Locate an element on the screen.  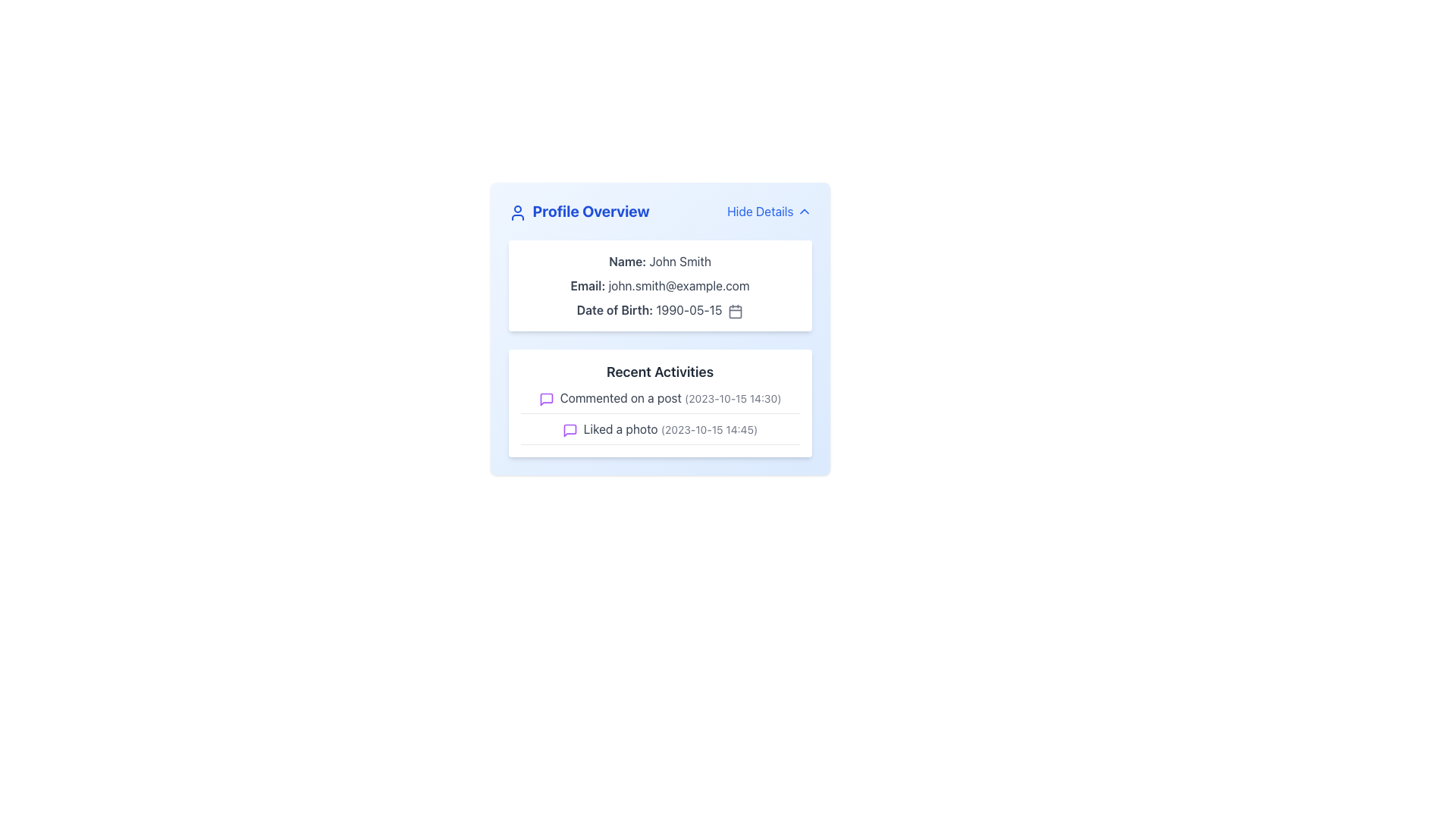
the date of birth display element with an icon, which is the third item in the list of profile information elements, positioned directly below the email information field is located at coordinates (660, 309).